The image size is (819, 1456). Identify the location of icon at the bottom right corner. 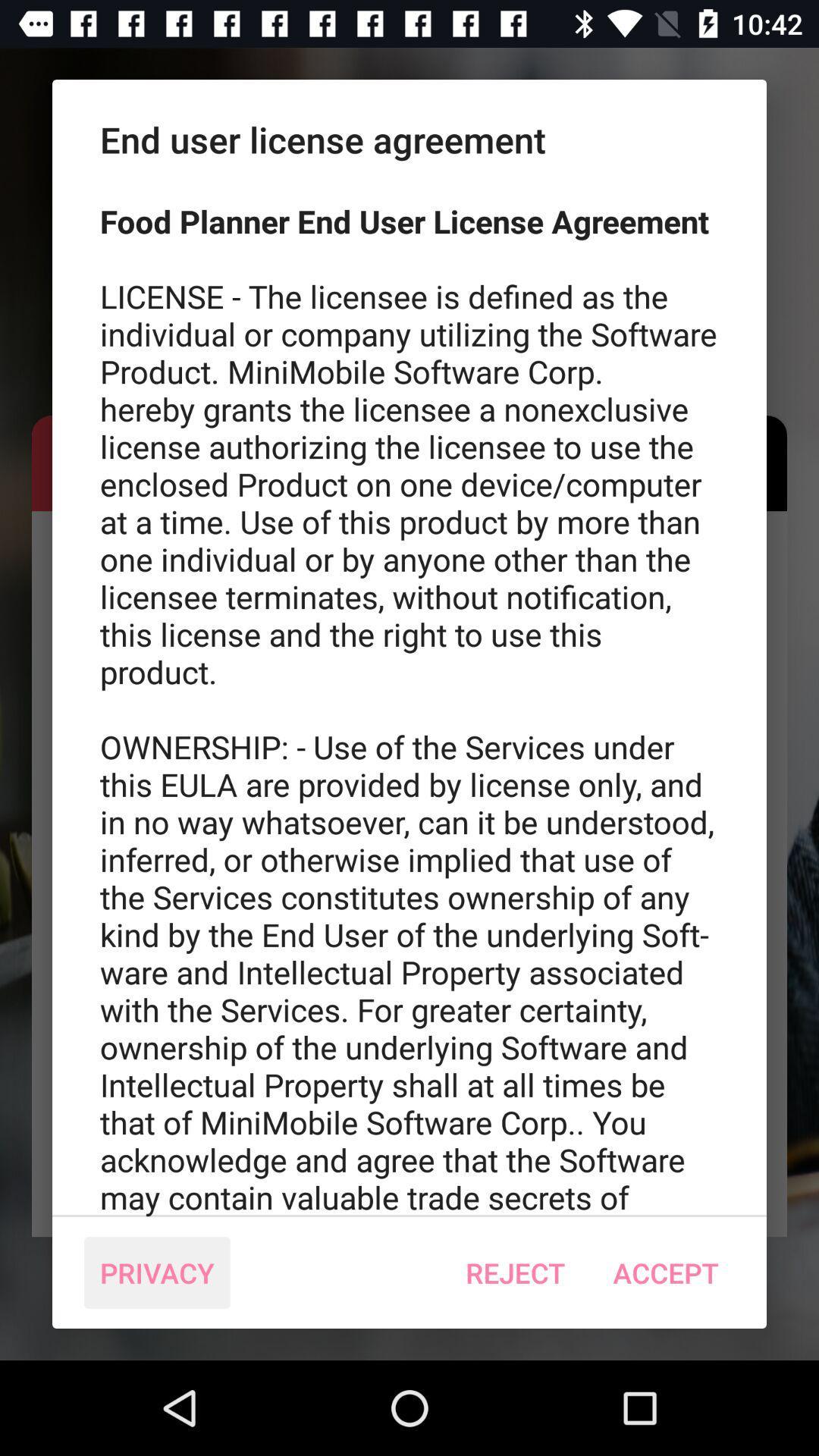
(665, 1272).